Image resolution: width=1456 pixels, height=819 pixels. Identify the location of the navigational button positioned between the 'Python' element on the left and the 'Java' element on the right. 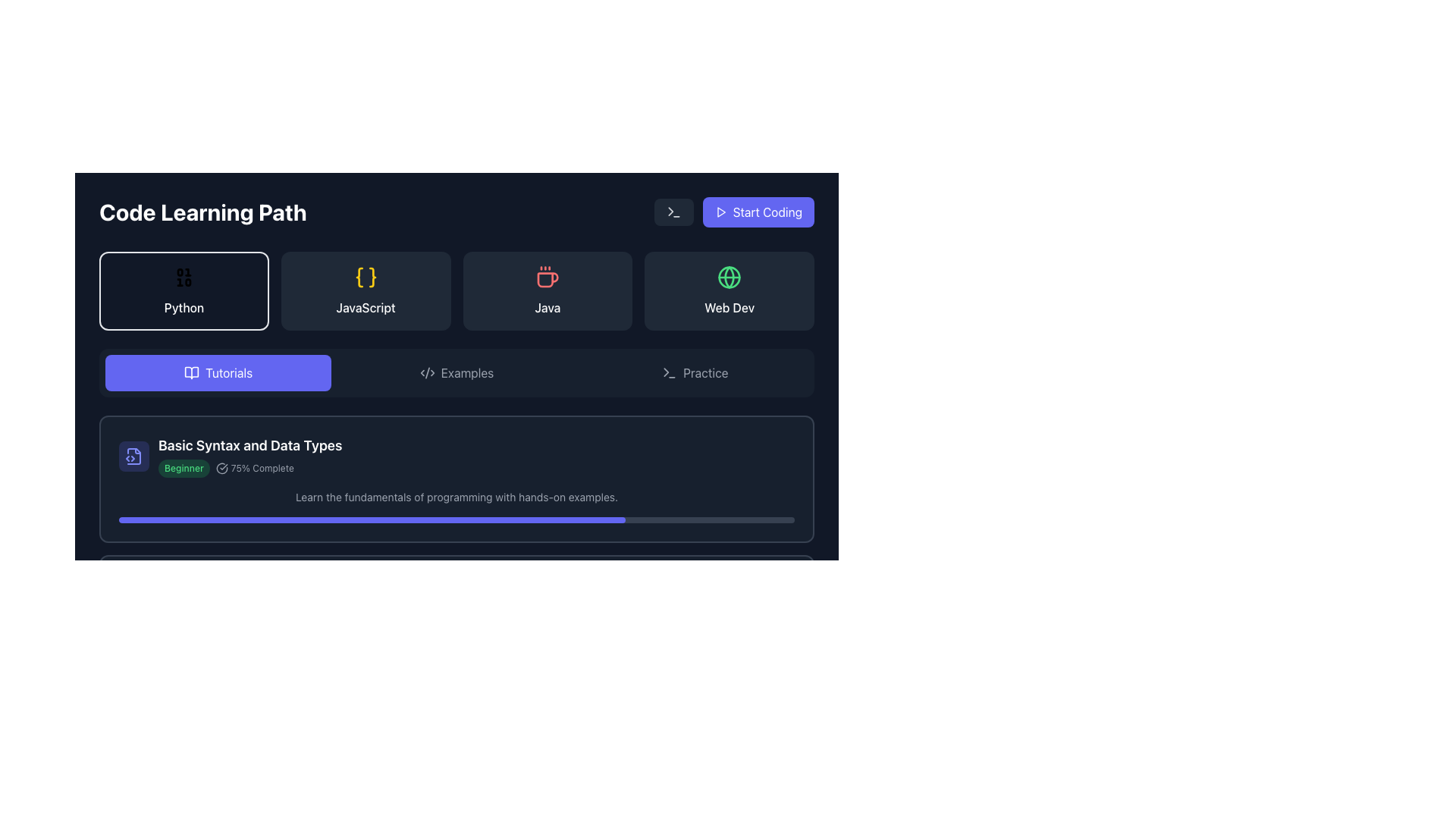
(366, 291).